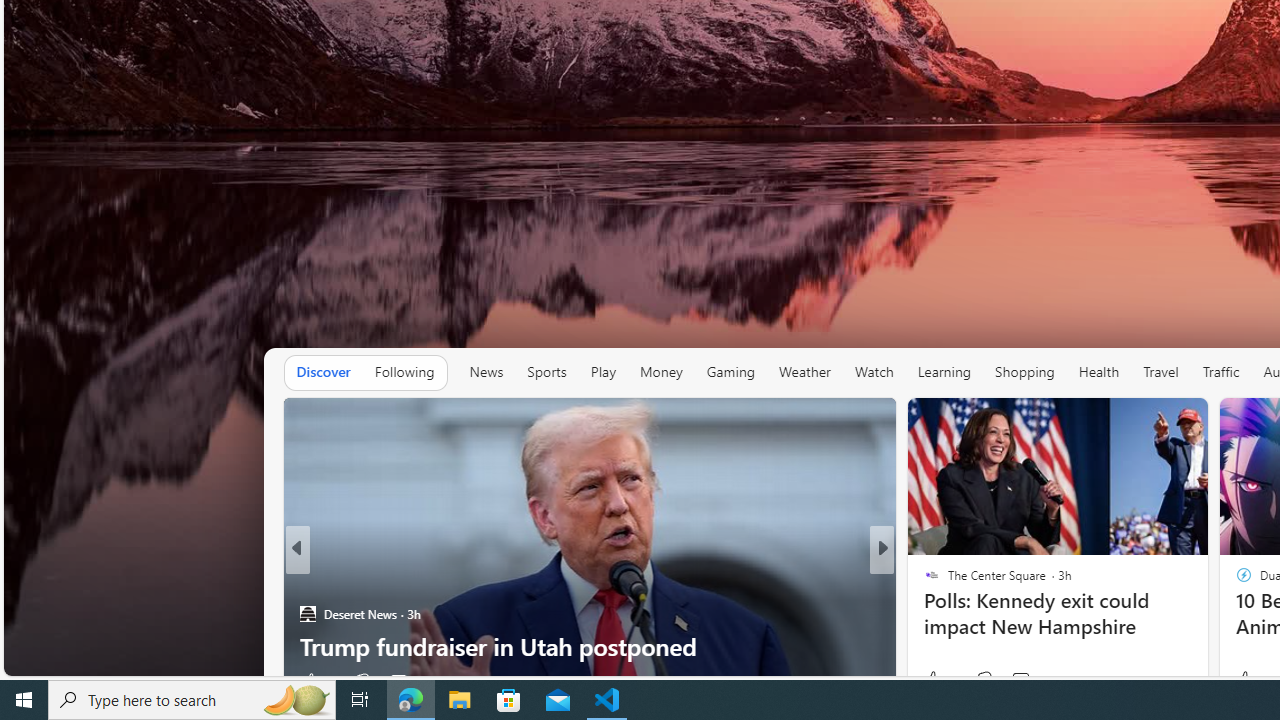 The width and height of the screenshot is (1280, 720). I want to click on 'Cryptopolitan', so click(922, 581).